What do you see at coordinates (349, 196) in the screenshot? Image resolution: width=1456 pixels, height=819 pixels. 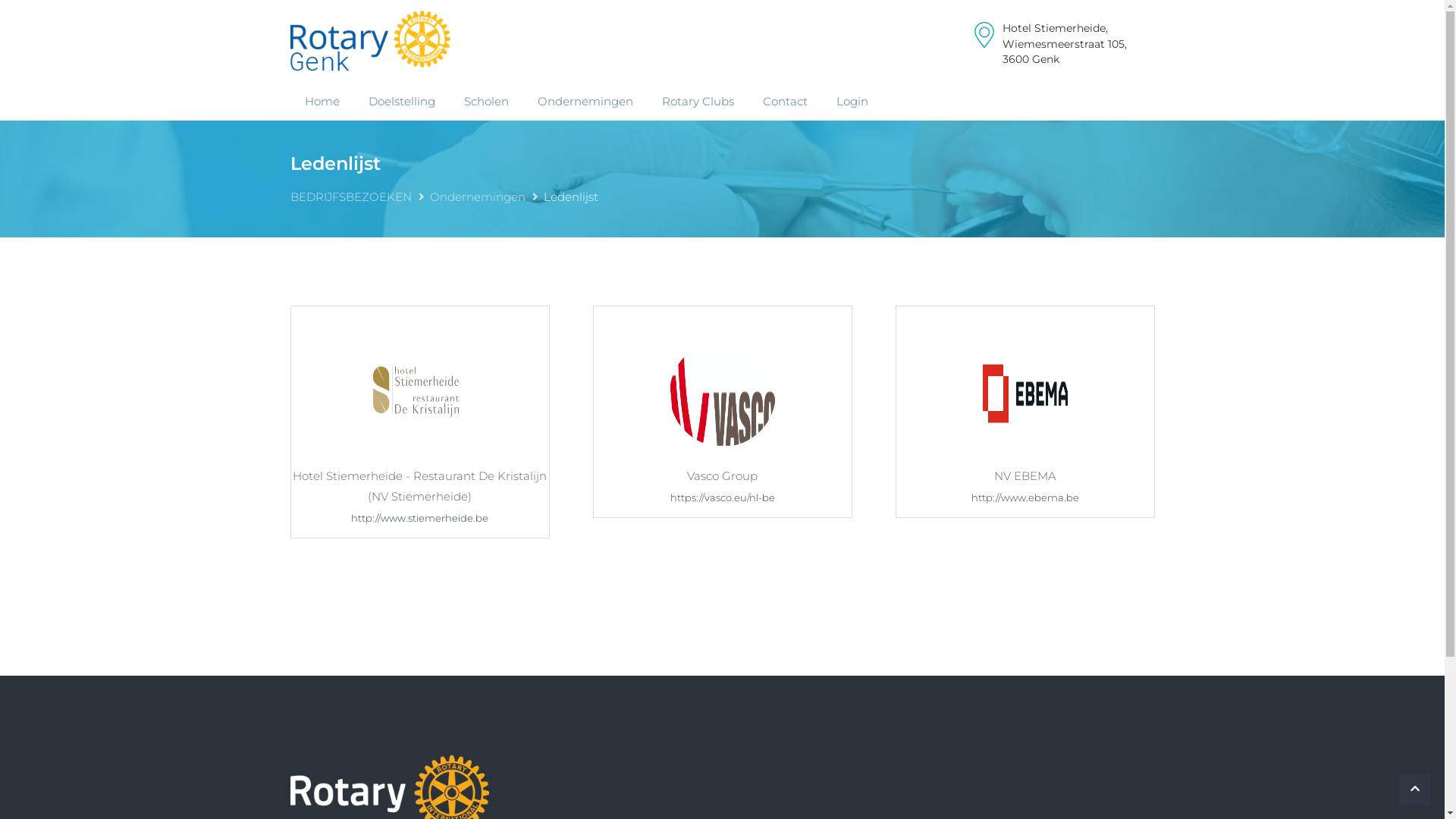 I see `'BEDRIJFSBEZOEKEN'` at bounding box center [349, 196].